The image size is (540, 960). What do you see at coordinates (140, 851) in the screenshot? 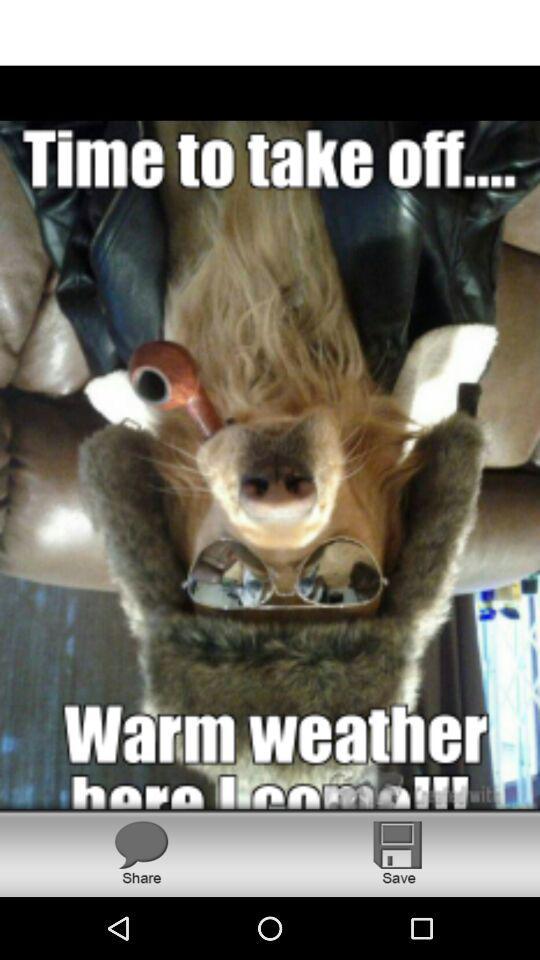
I see `item at the bottom left corner` at bounding box center [140, 851].